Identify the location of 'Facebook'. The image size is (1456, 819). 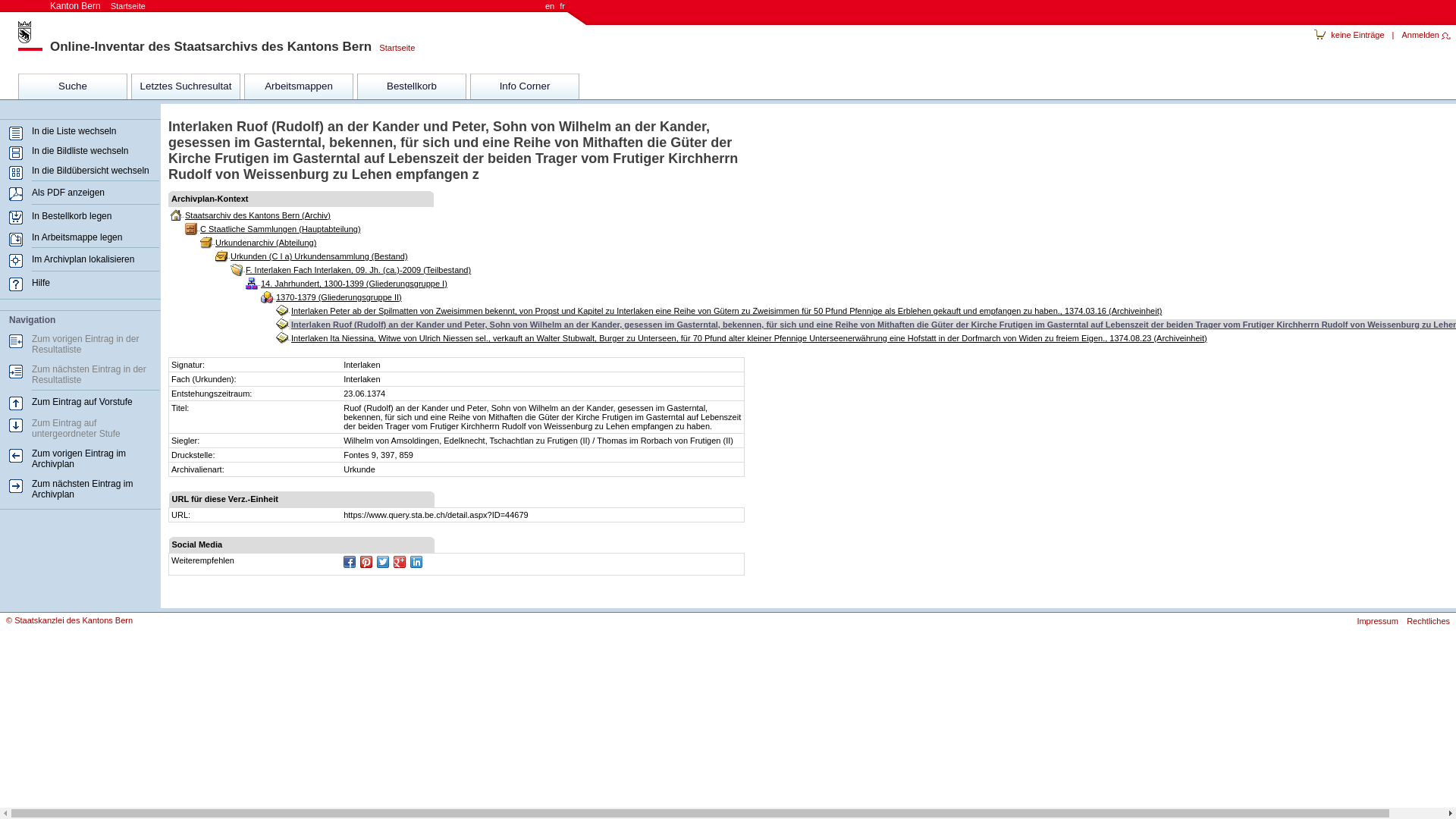
(348, 561).